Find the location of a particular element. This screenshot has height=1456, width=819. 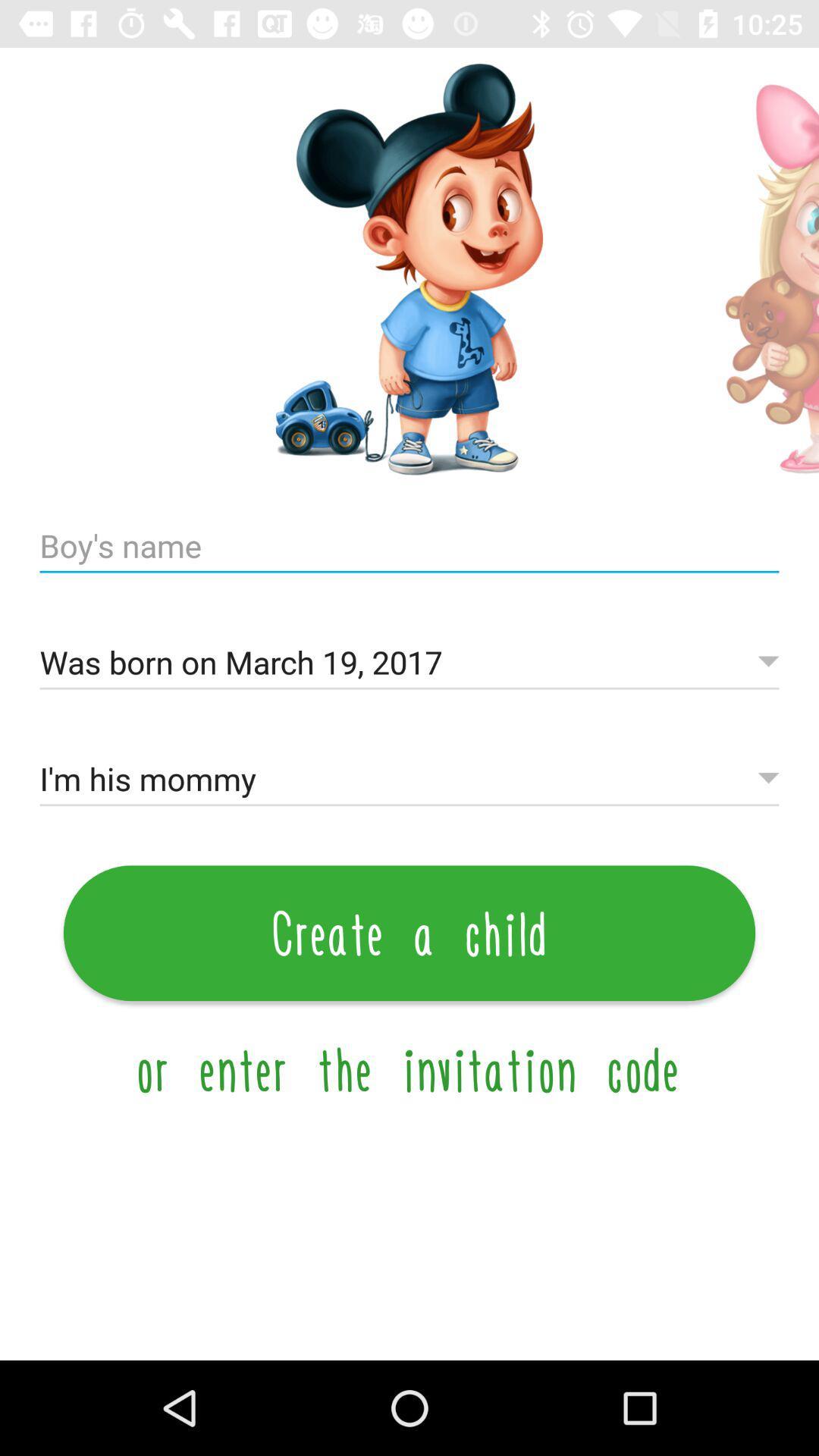

create a child is located at coordinates (409, 932).